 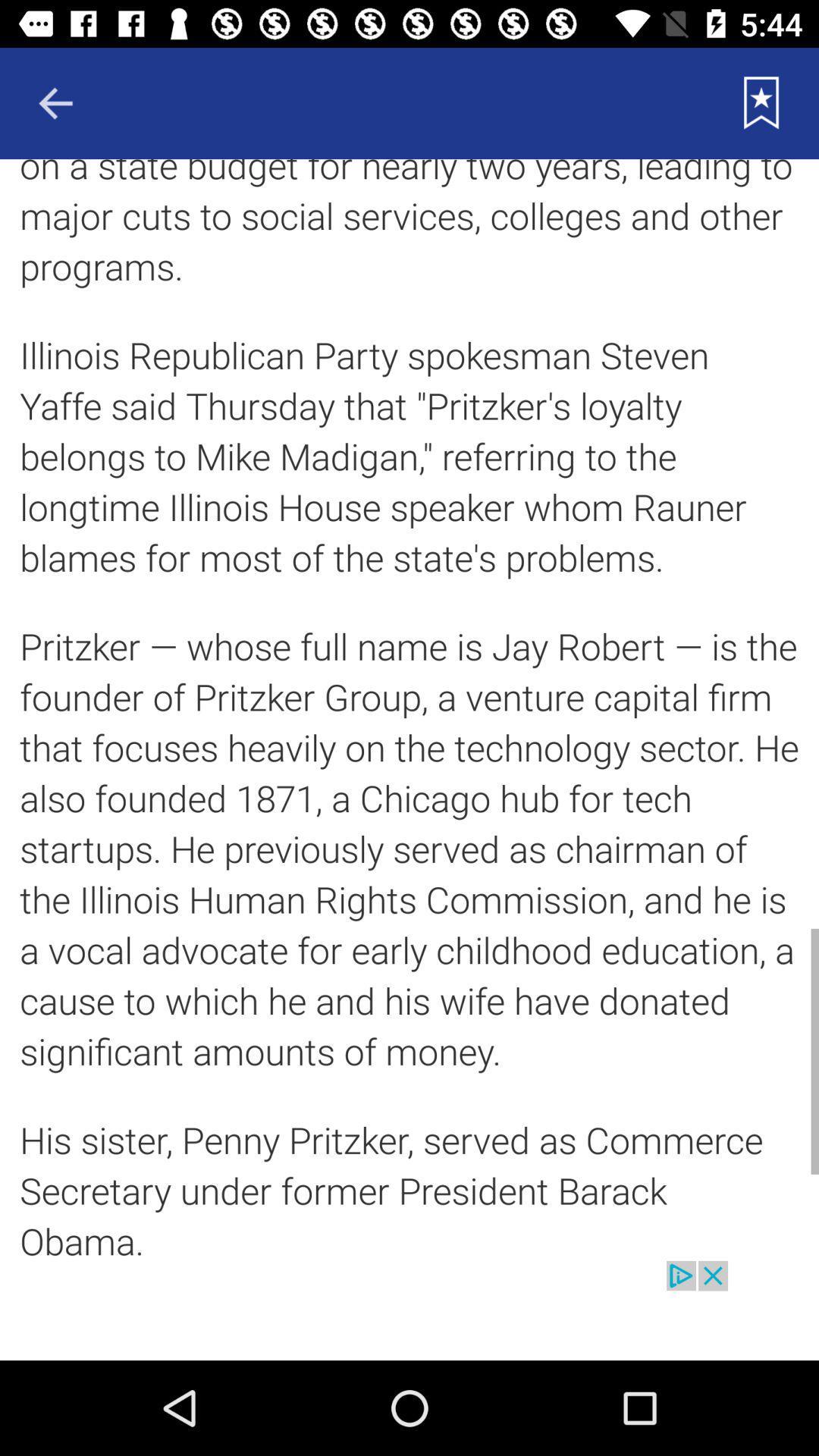 I want to click on click on text, so click(x=409, y=709).